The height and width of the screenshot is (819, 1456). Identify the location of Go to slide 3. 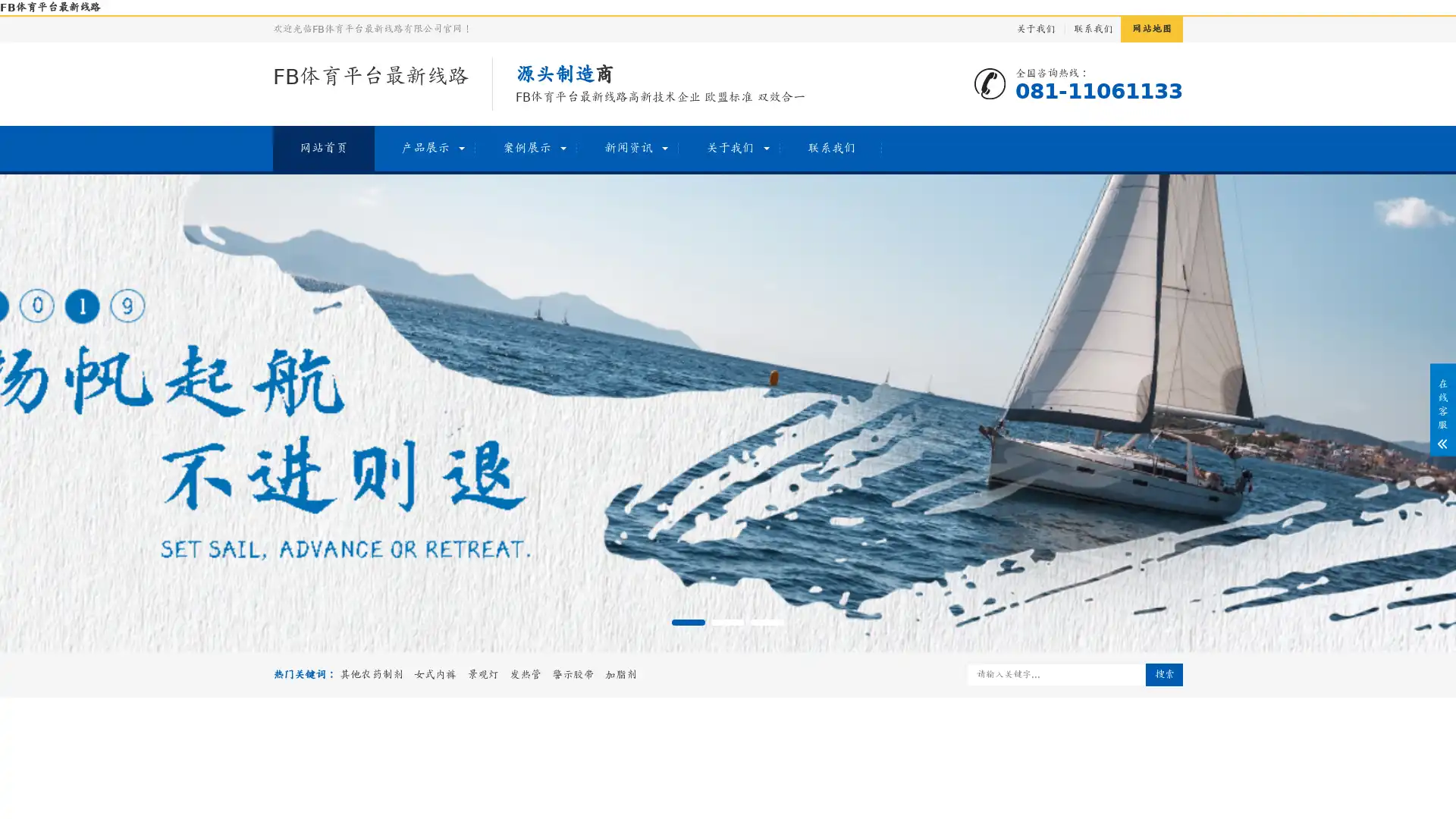
(767, 623).